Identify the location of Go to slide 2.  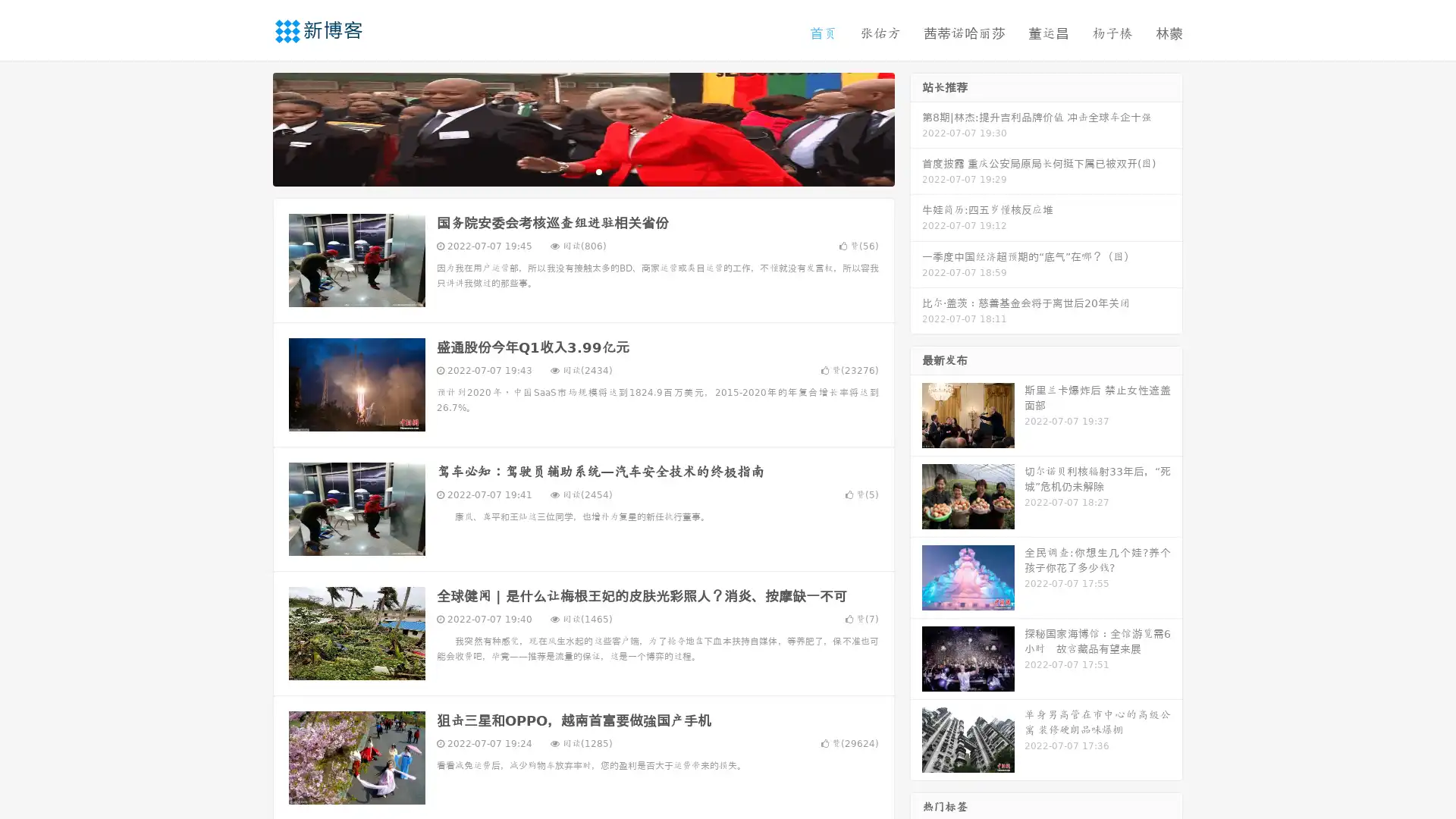
(582, 171).